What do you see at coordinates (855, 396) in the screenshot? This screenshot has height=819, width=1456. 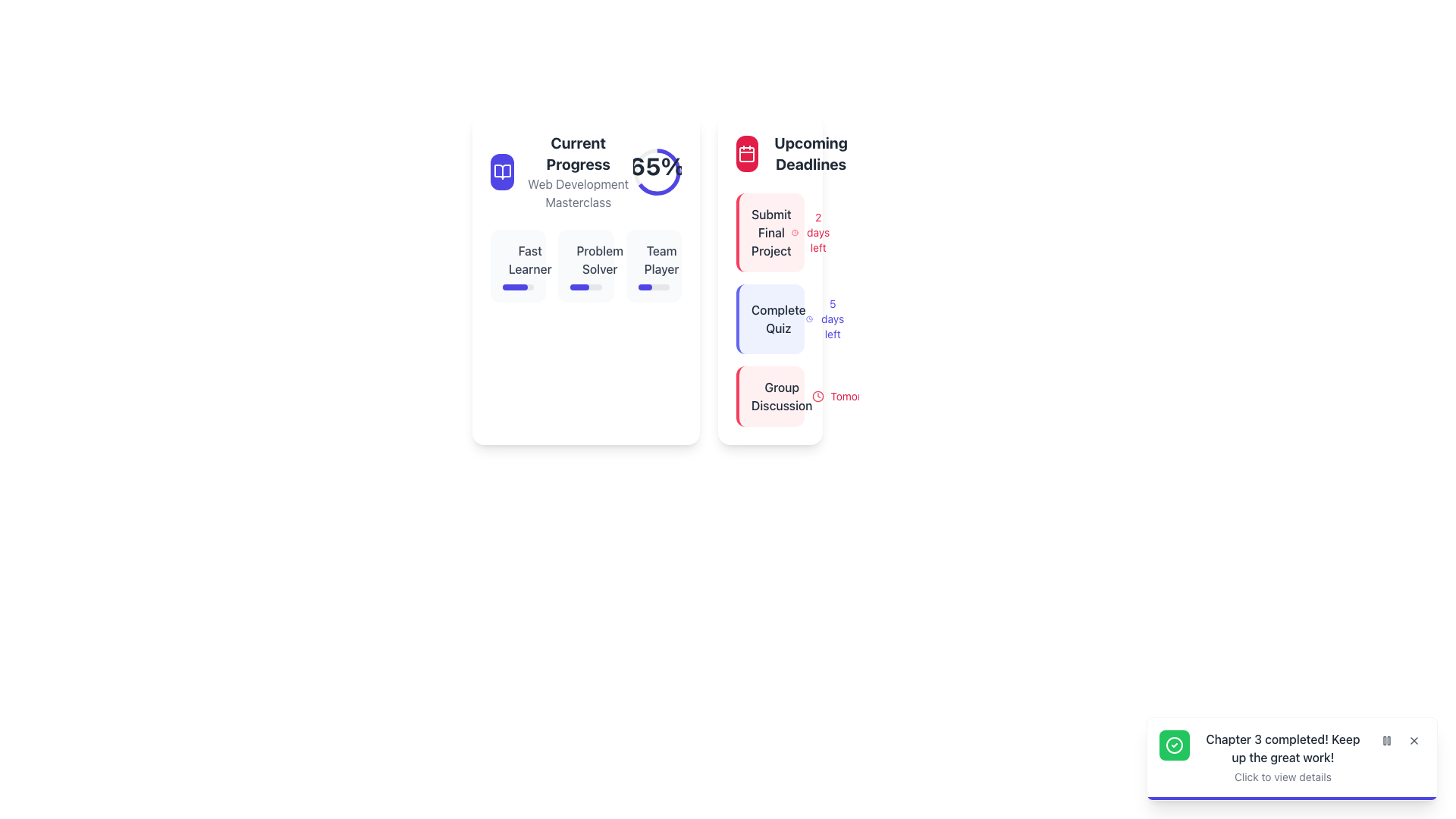 I see `the 'Tomorrow' text label, which is styled in small, red font and is located within the 'Upcoming Deadlines' card, next to the clock icon` at bounding box center [855, 396].